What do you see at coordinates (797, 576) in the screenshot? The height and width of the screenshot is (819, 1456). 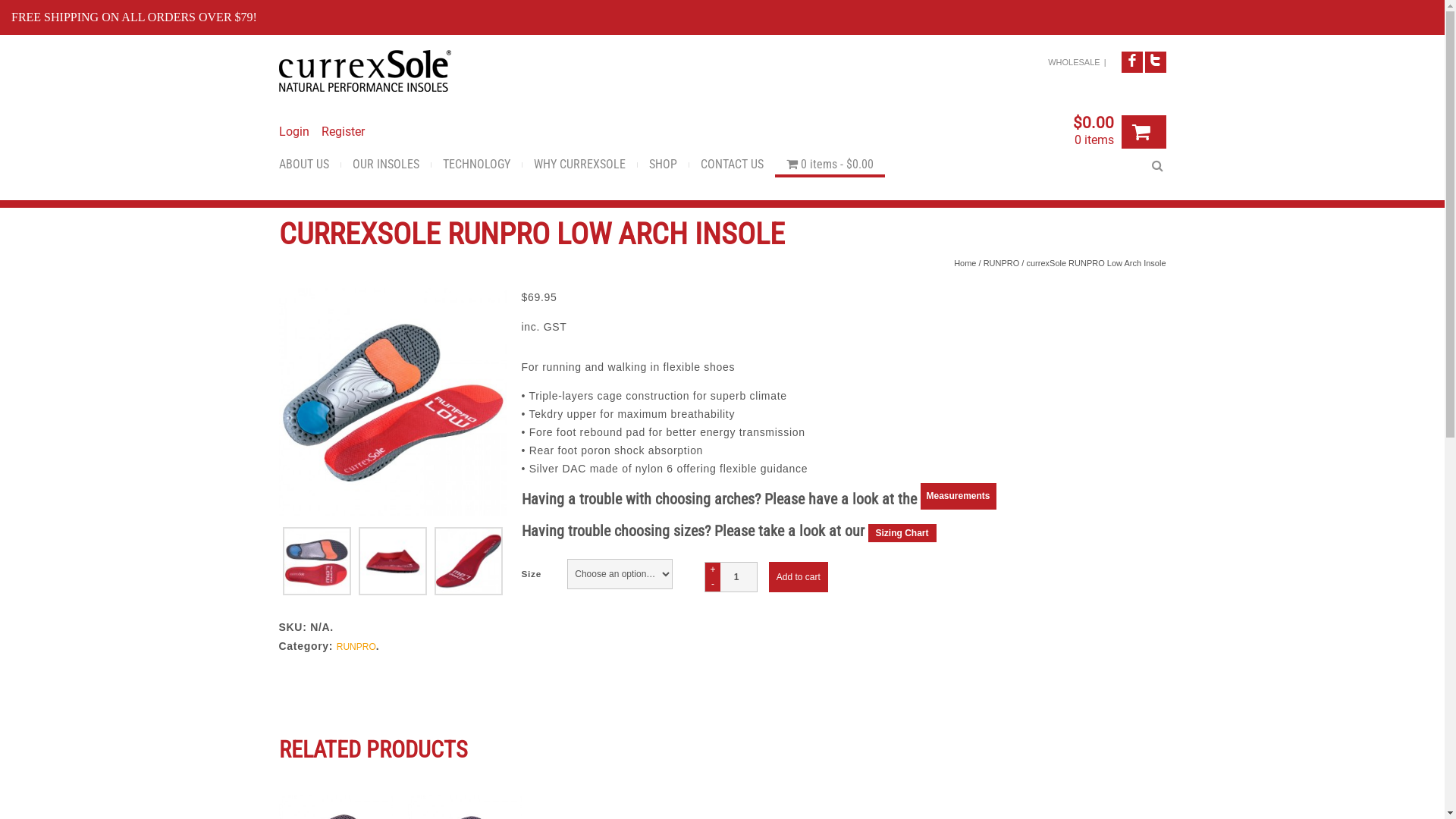 I see `'Add to cart'` at bounding box center [797, 576].